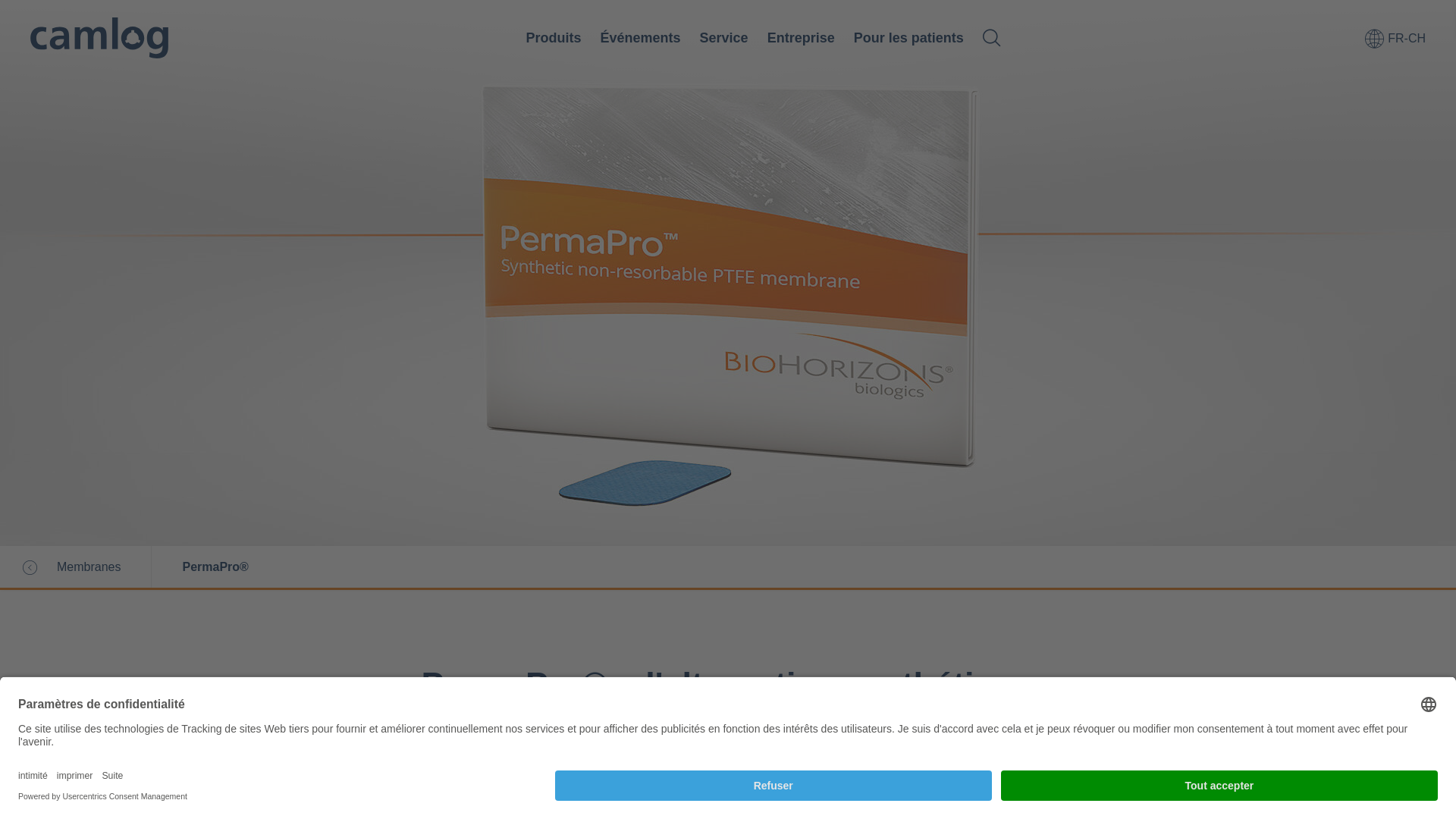 The width and height of the screenshot is (1456, 819). Describe the element at coordinates (553, 37) in the screenshot. I see `'Produits'` at that location.